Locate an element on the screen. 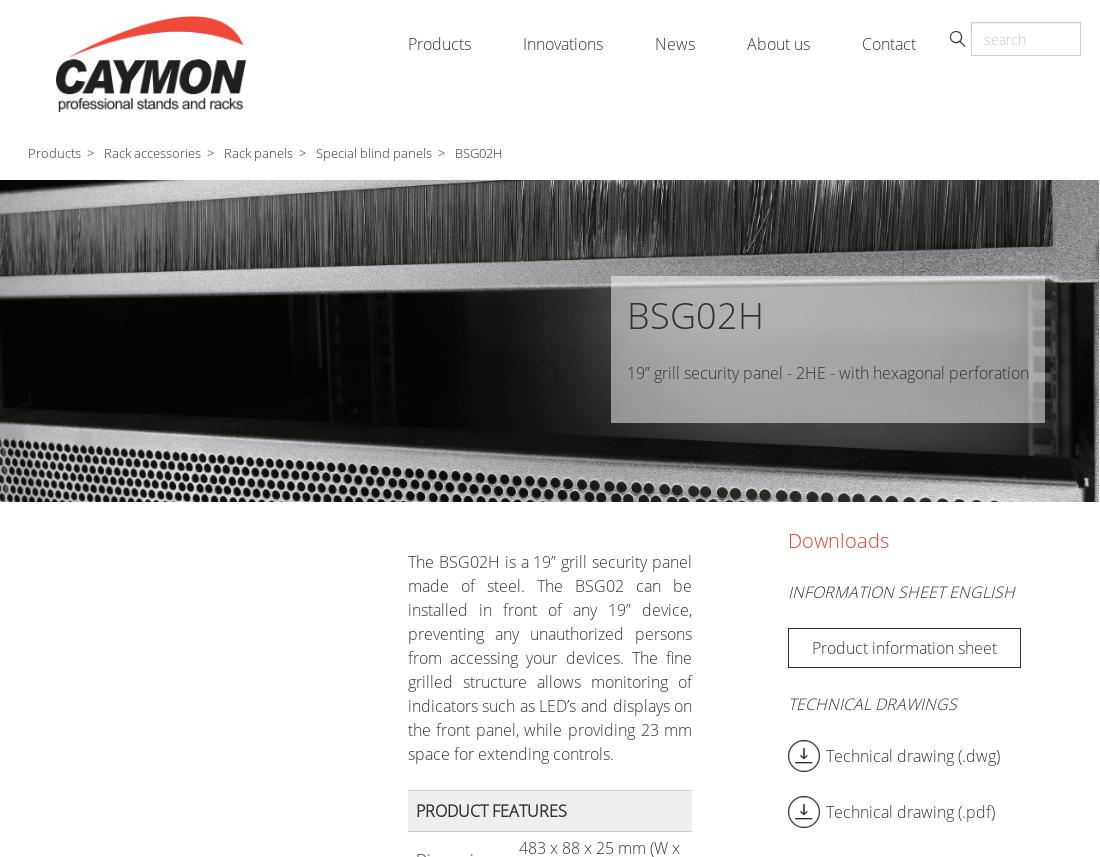 This screenshot has height=857, width=1100. 'Technical drawings' is located at coordinates (871, 704).